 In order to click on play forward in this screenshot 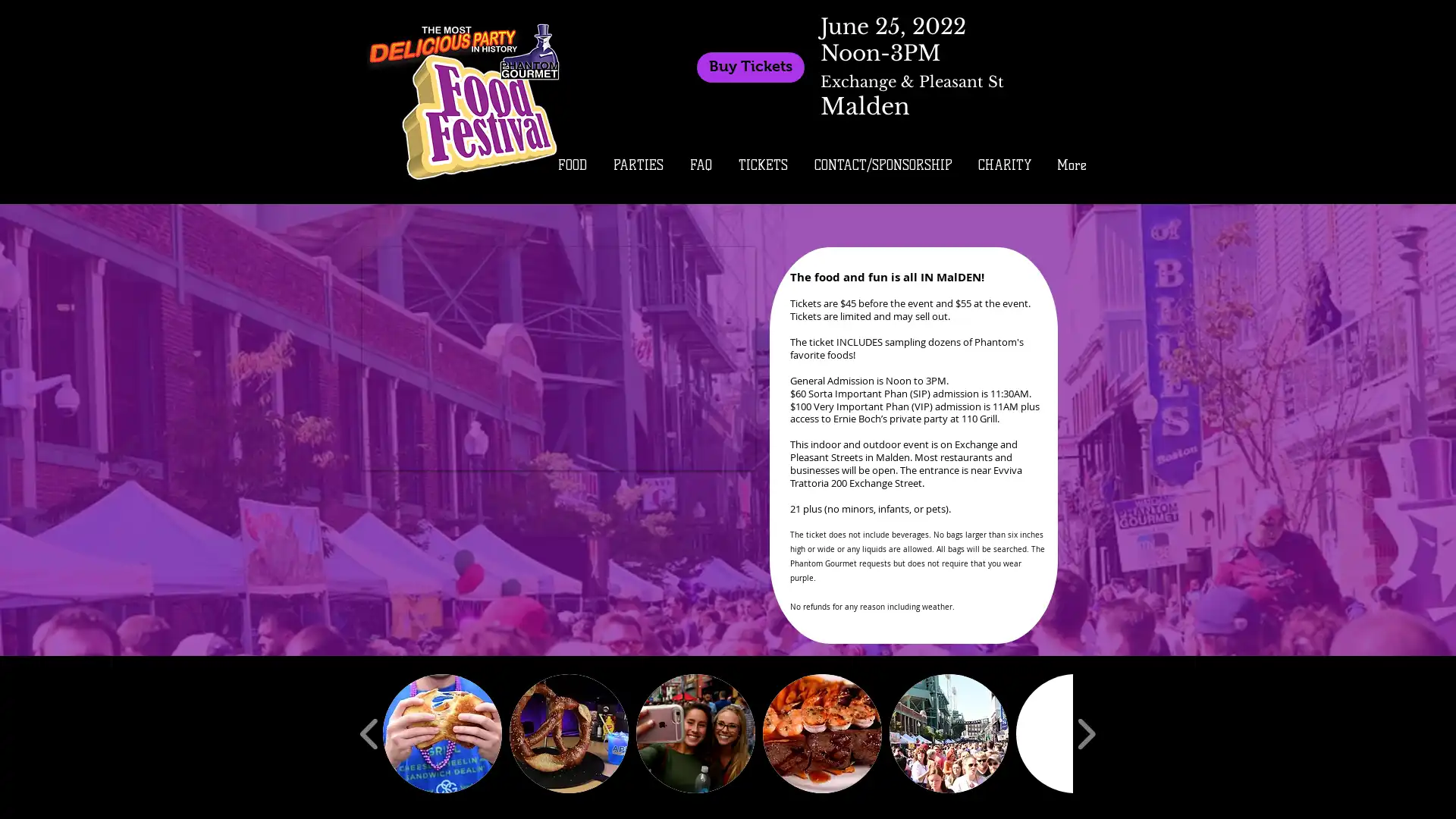, I will do `click(1085, 733)`.